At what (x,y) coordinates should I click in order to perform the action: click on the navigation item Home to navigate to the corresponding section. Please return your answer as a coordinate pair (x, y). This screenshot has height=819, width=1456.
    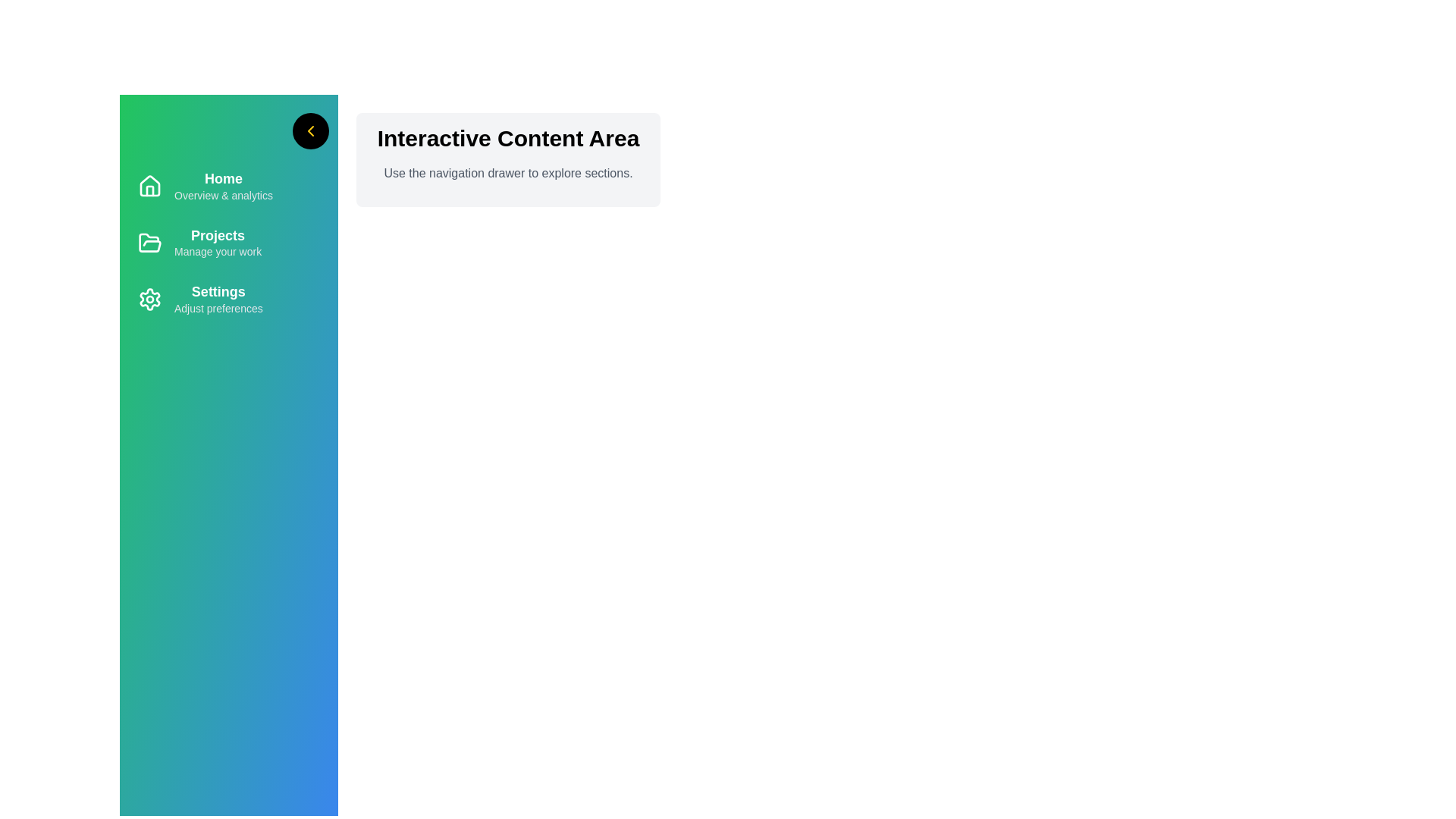
    Looking at the image, I should click on (228, 186).